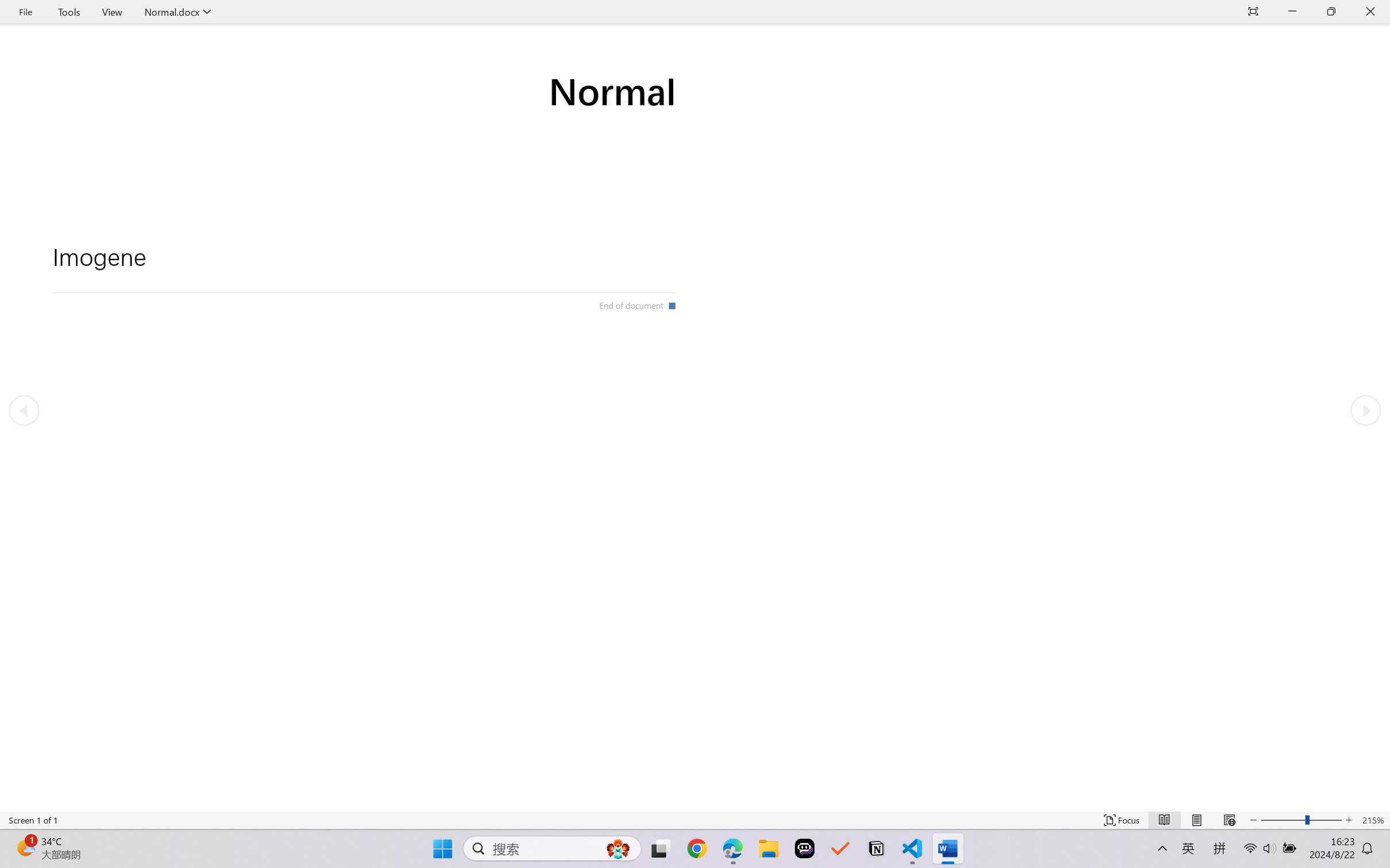 The image size is (1390, 868). I want to click on 'Increase Text Size', so click(1349, 820).